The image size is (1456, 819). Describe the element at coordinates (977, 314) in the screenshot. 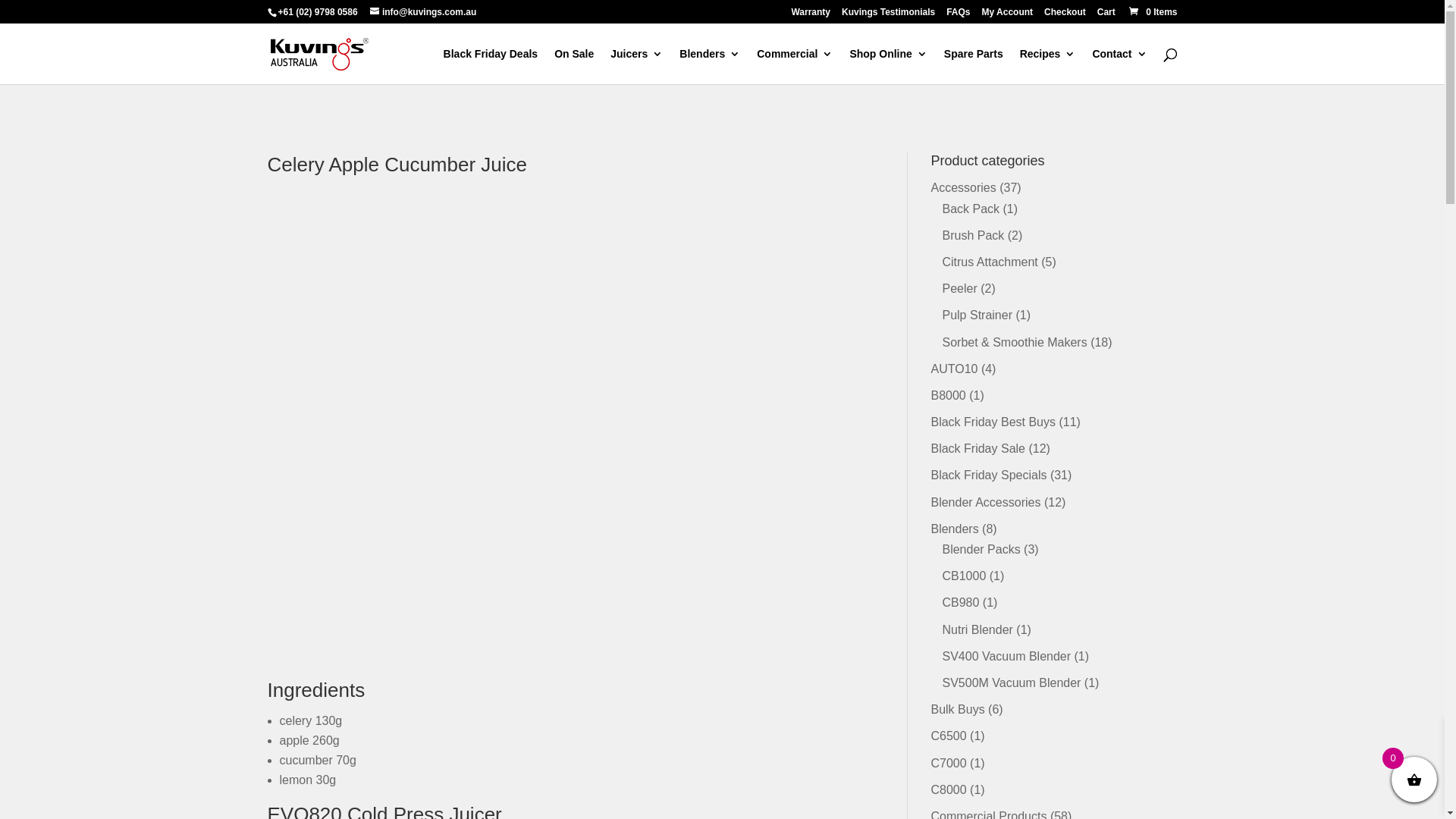

I see `'Pulp Strainer'` at that location.